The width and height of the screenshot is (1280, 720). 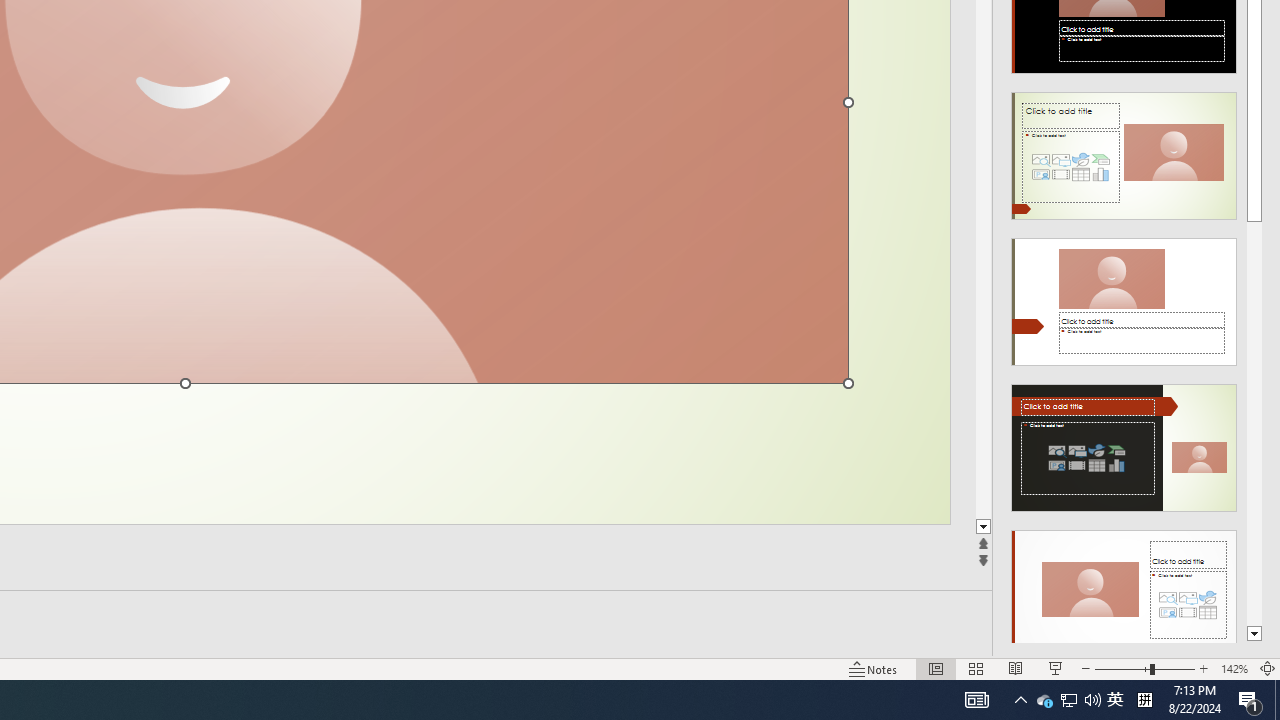 What do you see at coordinates (1233, 669) in the screenshot?
I see `'Zoom 142%'` at bounding box center [1233, 669].